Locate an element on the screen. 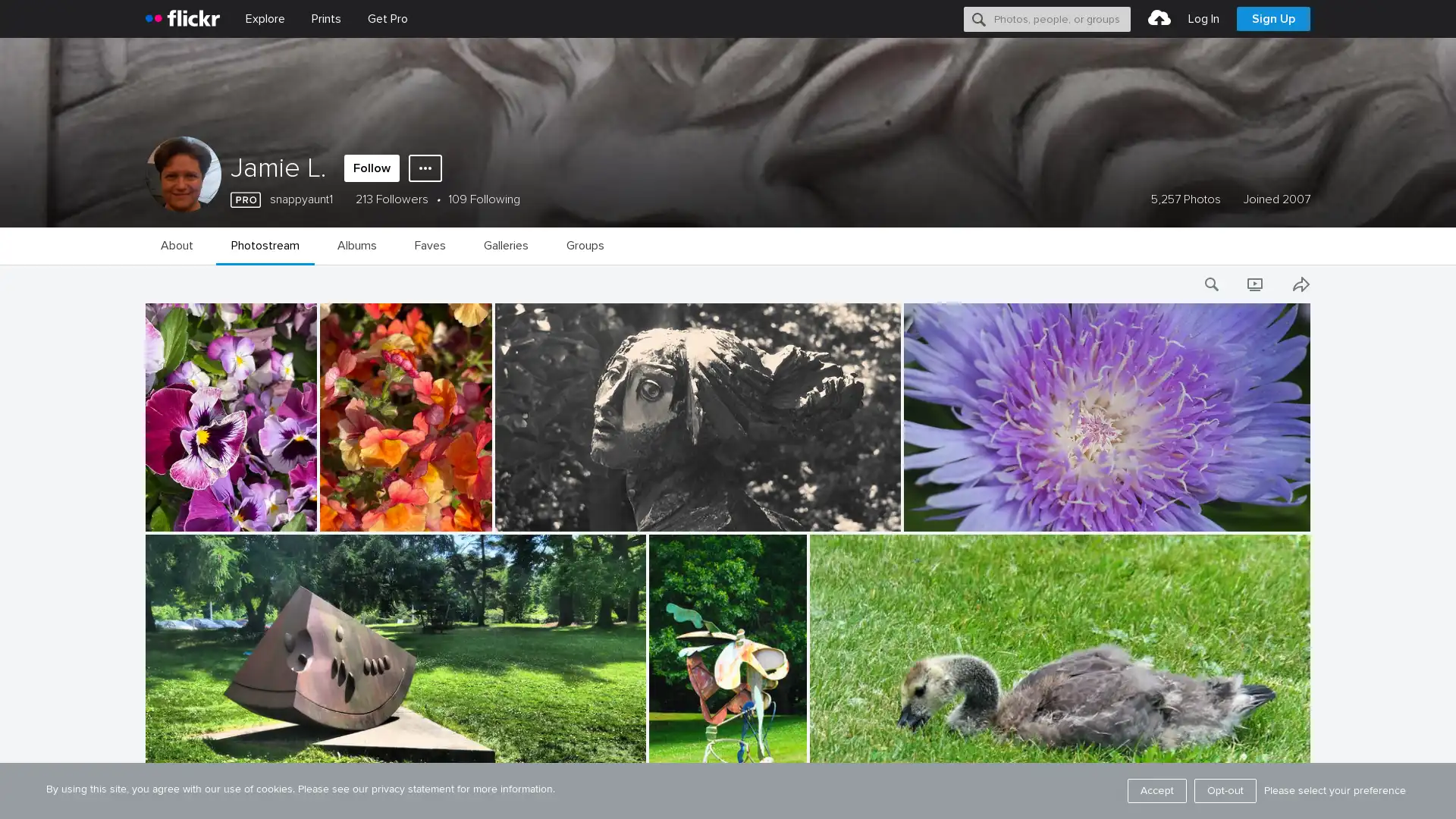 The image size is (1456, 819). Add to Favorites is located at coordinates (1273, 802).